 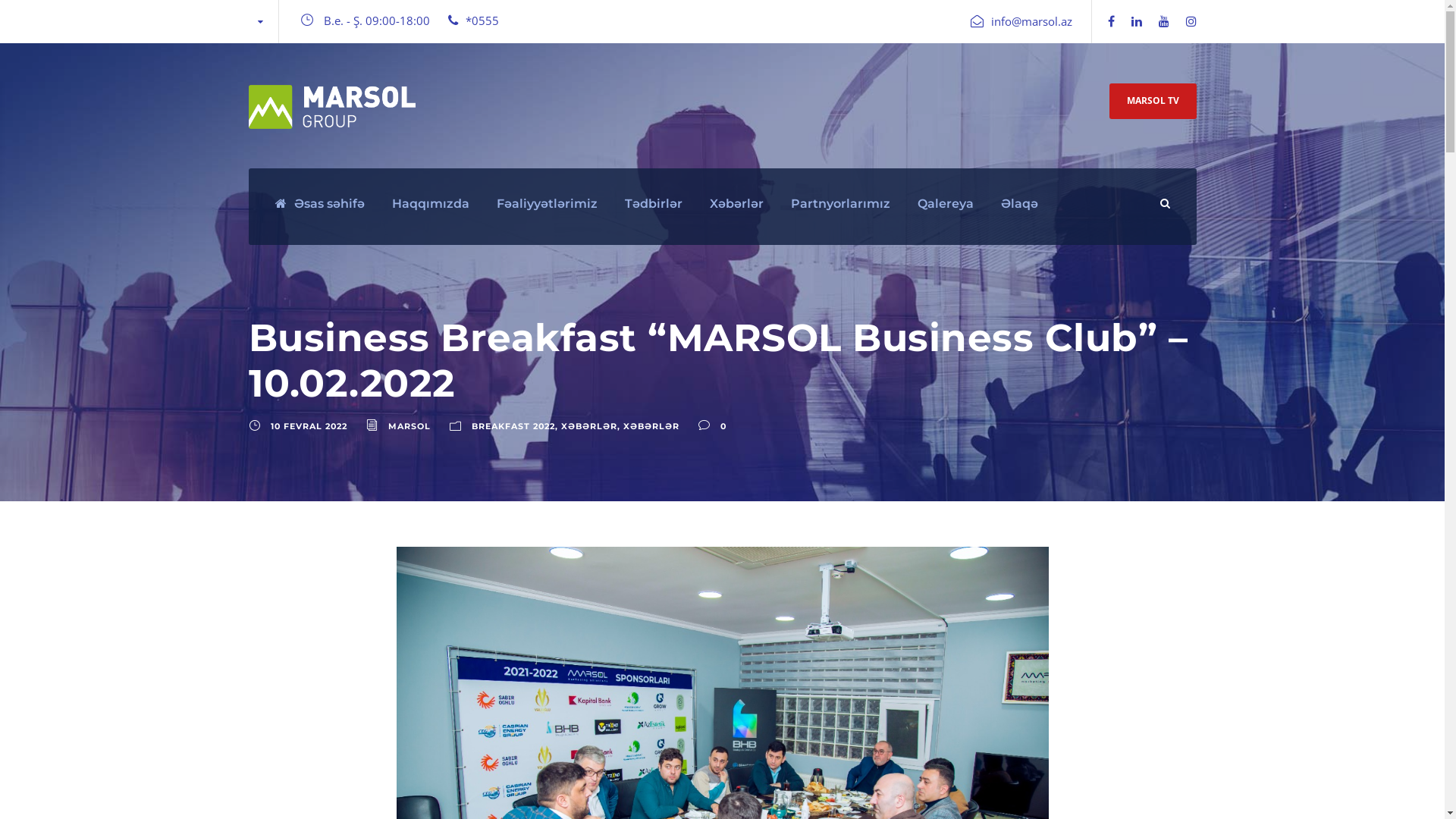 I want to click on 'youtube', so click(x=1157, y=20).